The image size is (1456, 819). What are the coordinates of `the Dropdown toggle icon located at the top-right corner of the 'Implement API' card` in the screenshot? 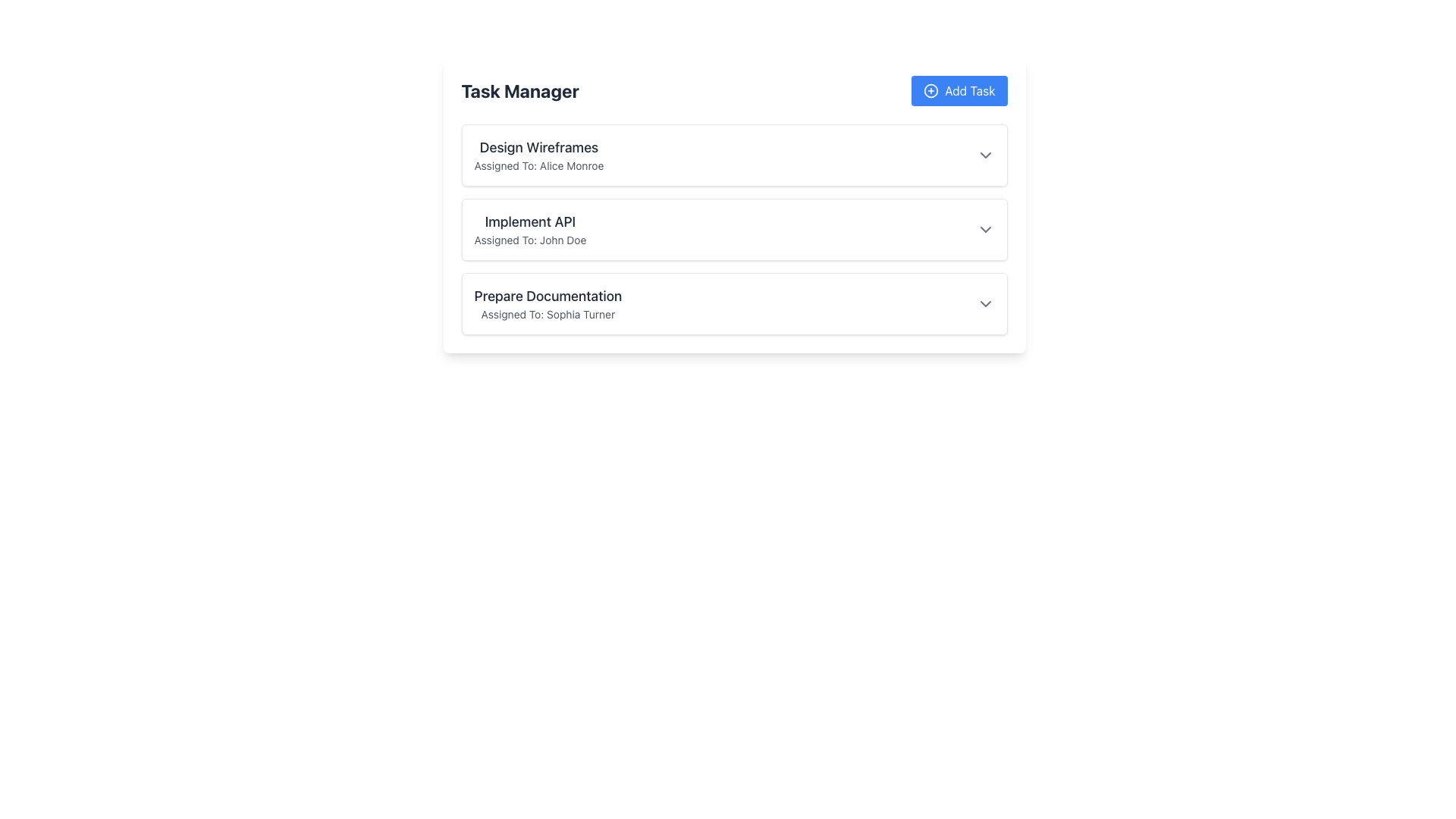 It's located at (985, 230).